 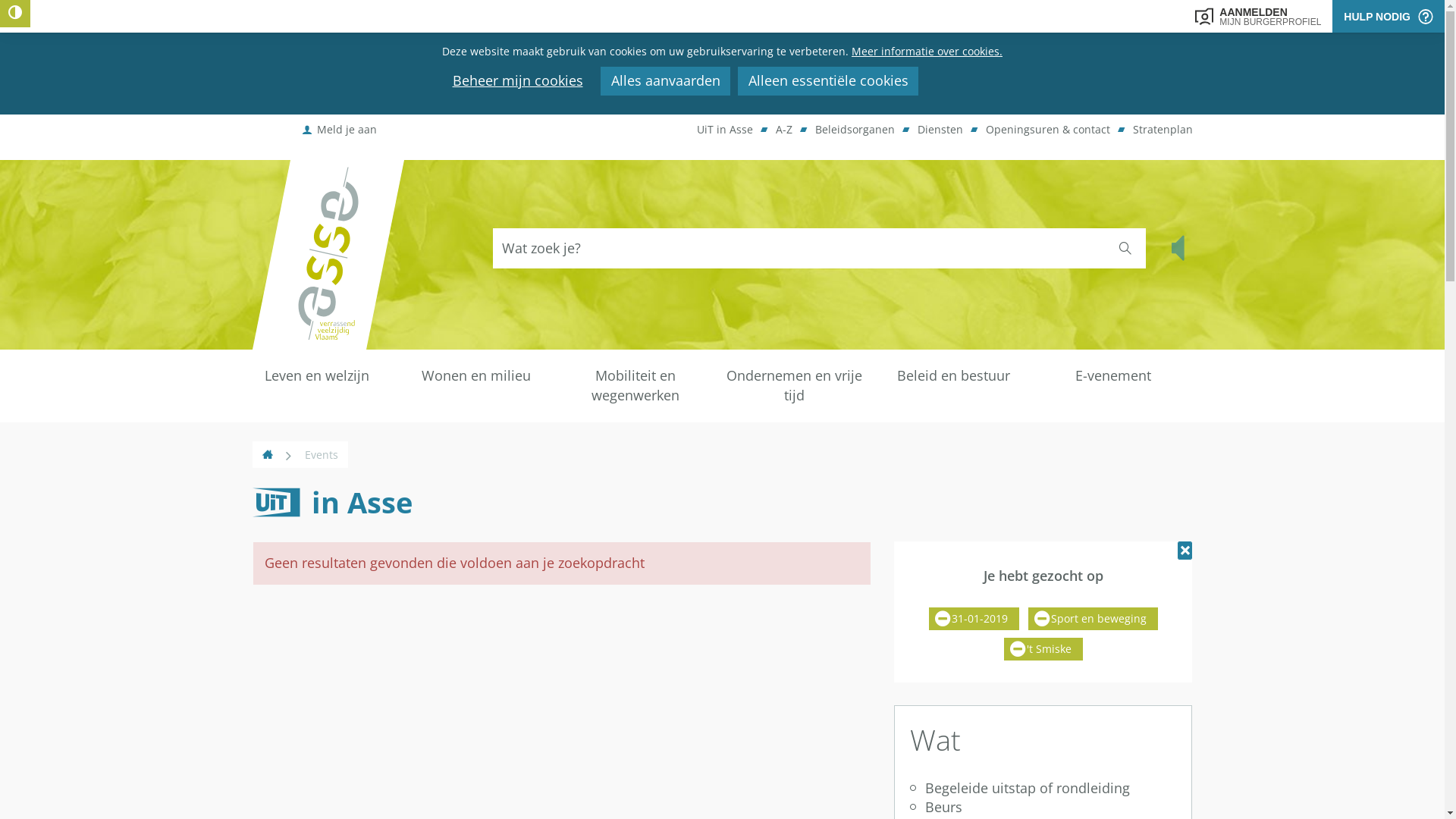 What do you see at coordinates (939, 129) in the screenshot?
I see `'Diensten'` at bounding box center [939, 129].